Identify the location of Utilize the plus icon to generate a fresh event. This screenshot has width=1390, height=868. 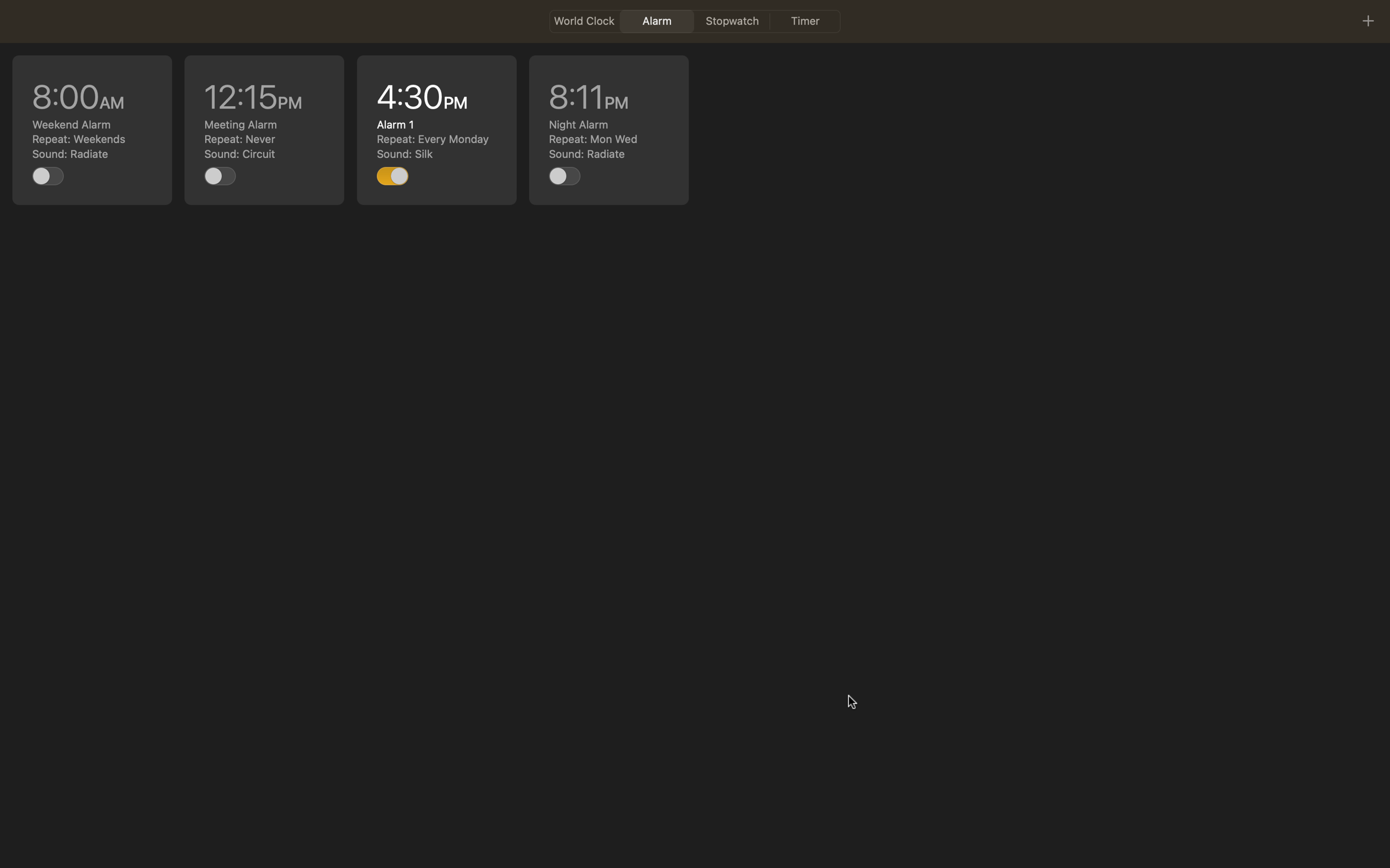
(1367, 20).